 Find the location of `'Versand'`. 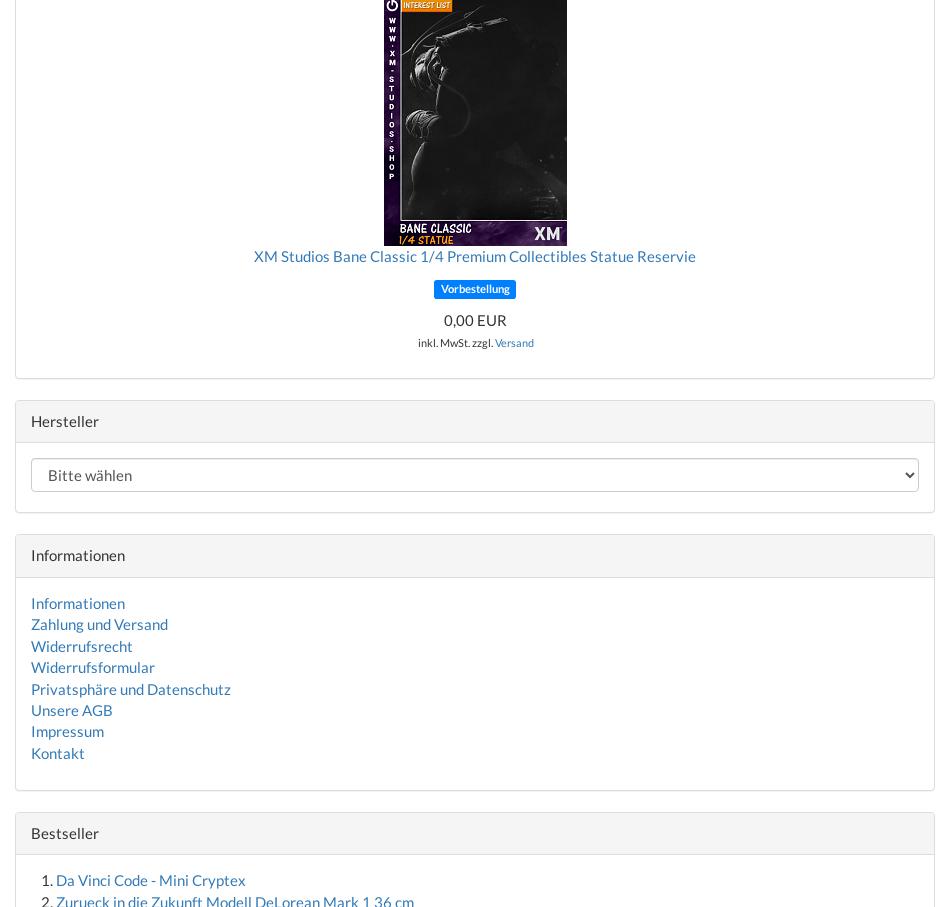

'Versand' is located at coordinates (514, 341).